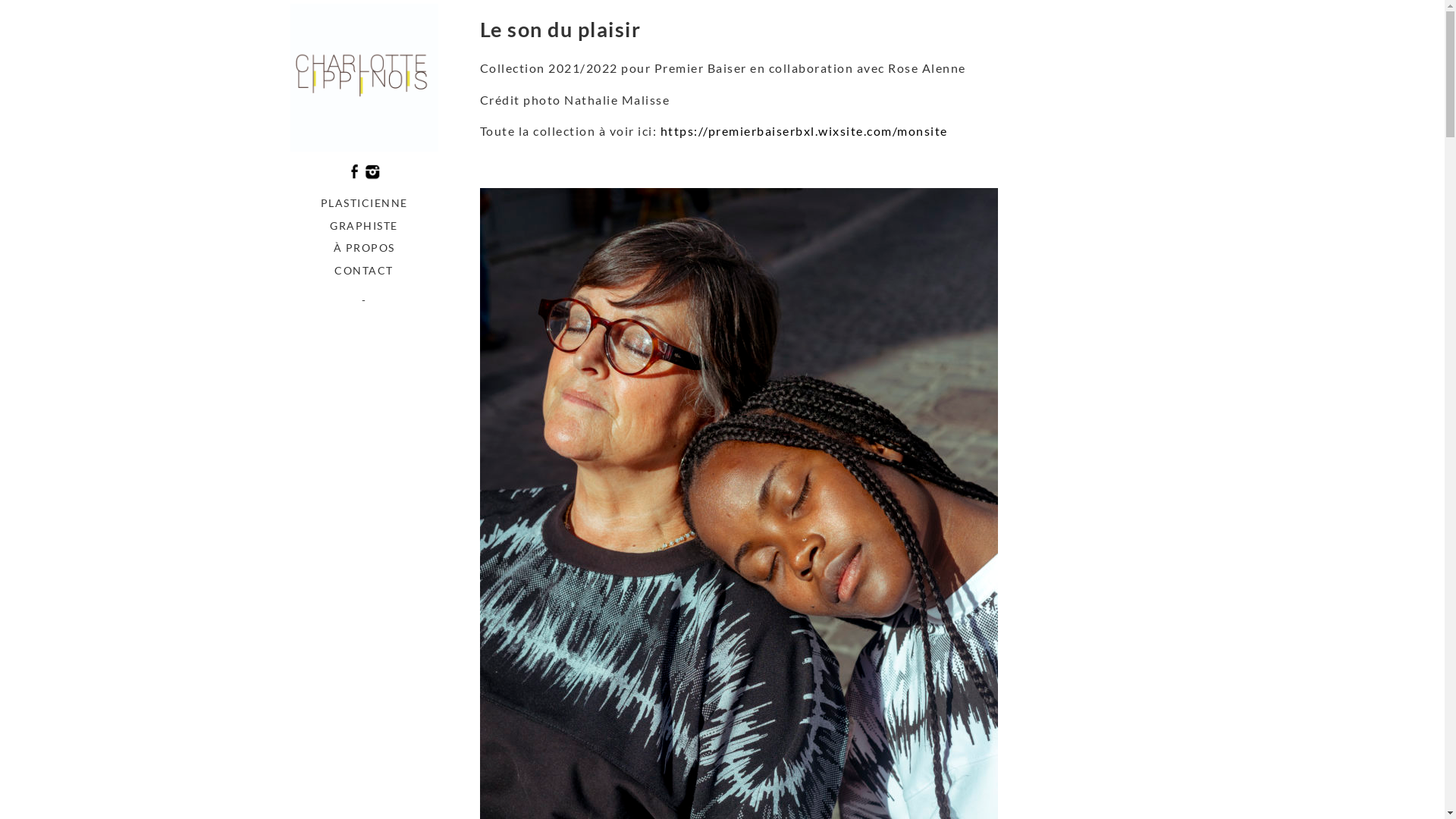 The image size is (1456, 819). What do you see at coordinates (362, 225) in the screenshot?
I see `'GRAPHISTE'` at bounding box center [362, 225].